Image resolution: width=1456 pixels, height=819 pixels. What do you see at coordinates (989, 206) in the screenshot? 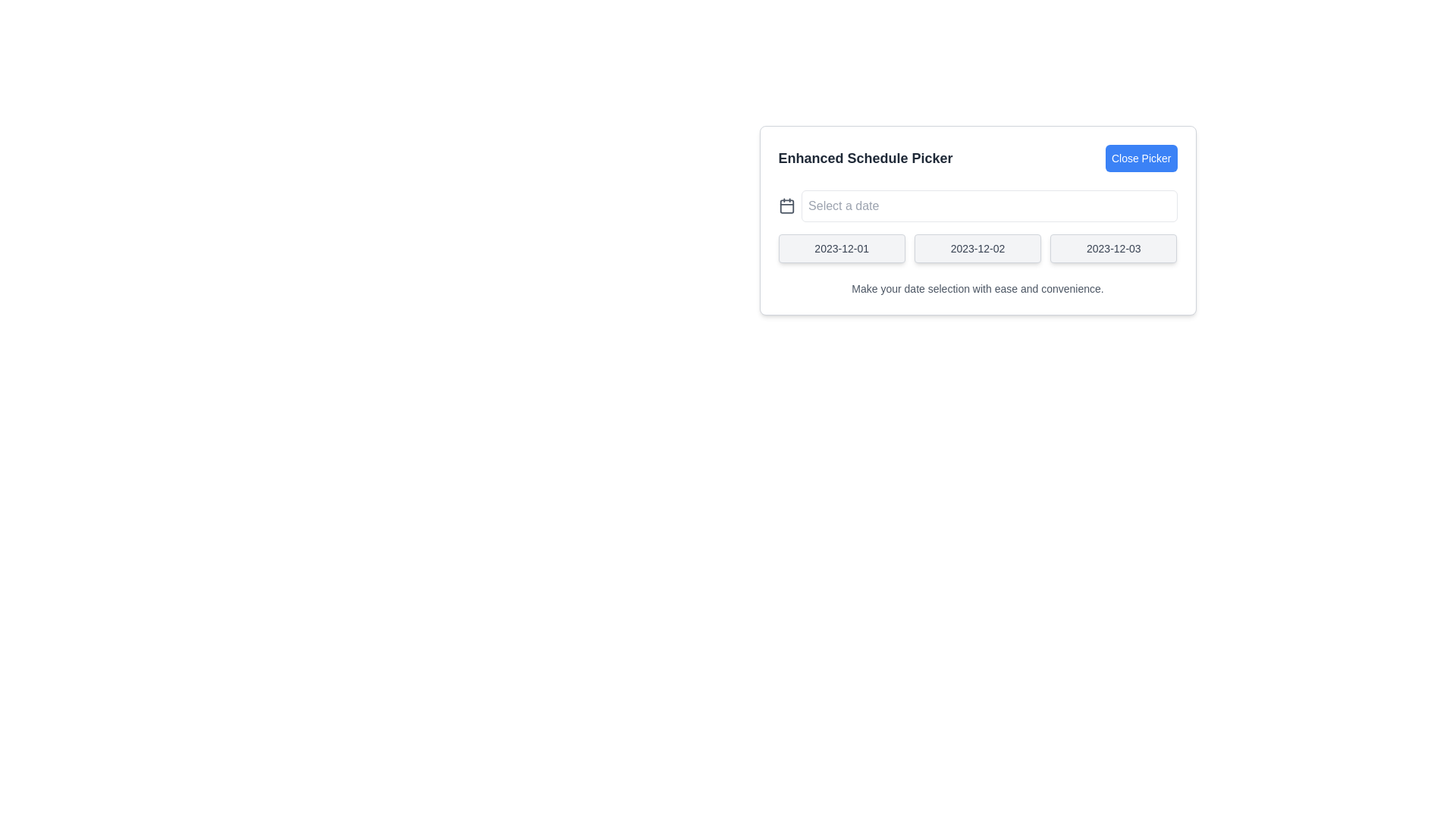
I see `the placeholder text in the date input field located centrally within the card component, adjacent to the calendar icon, to replace it` at bounding box center [989, 206].